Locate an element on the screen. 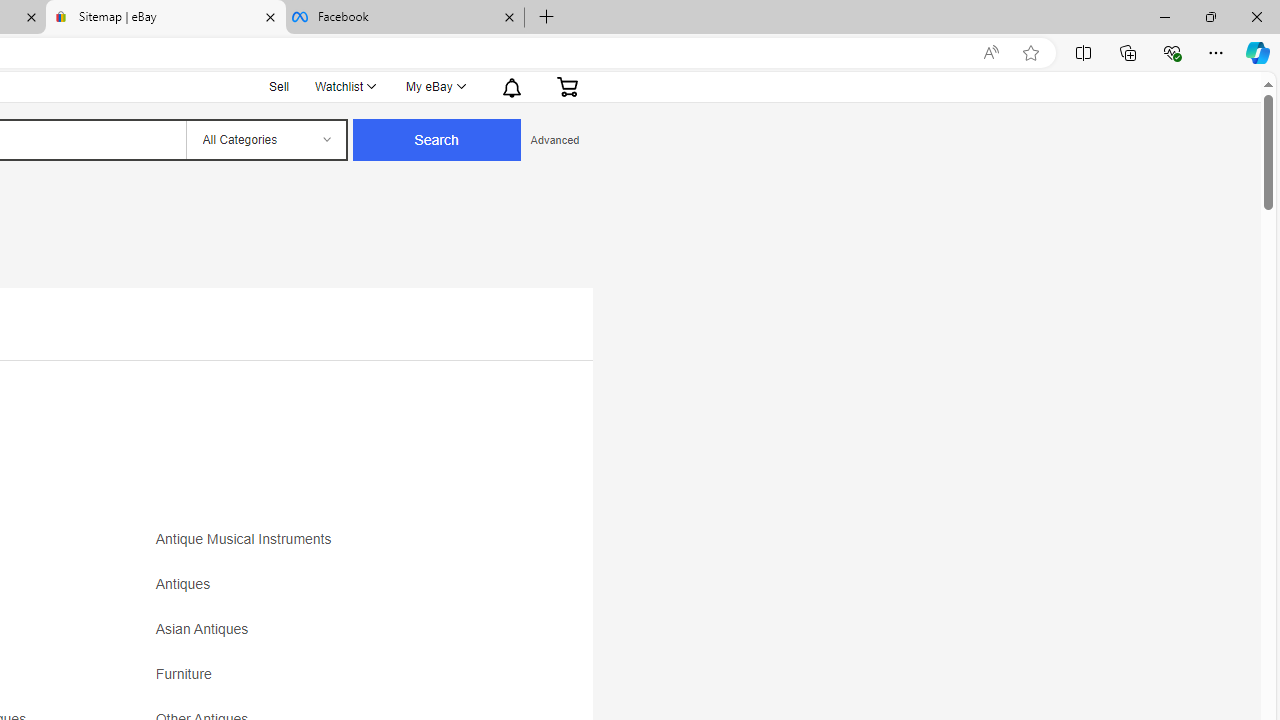 This screenshot has height=720, width=1280. 'New Tab' is located at coordinates (546, 17).